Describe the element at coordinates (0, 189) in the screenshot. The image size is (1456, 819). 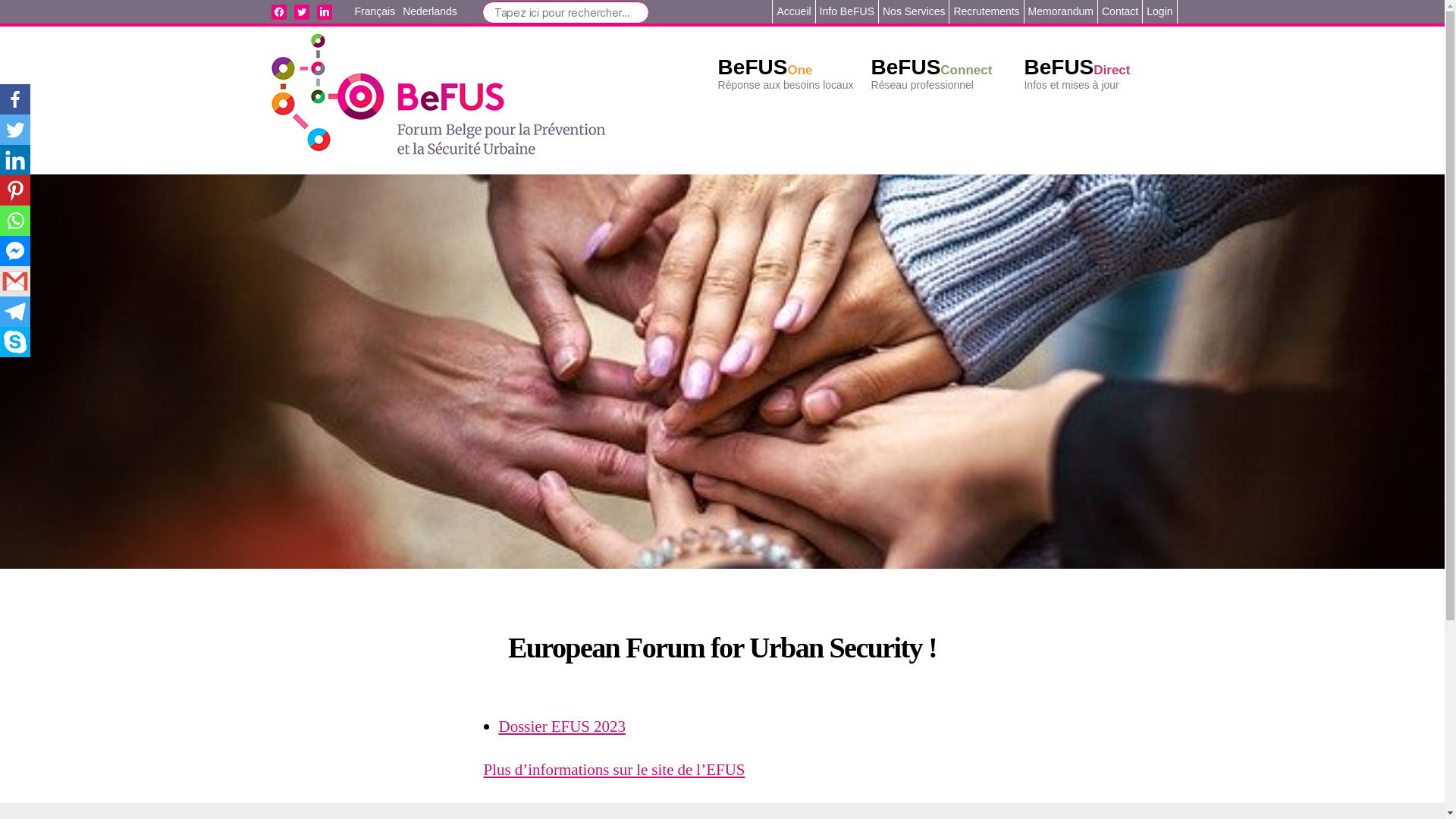
I see `'Pinterest'` at that location.